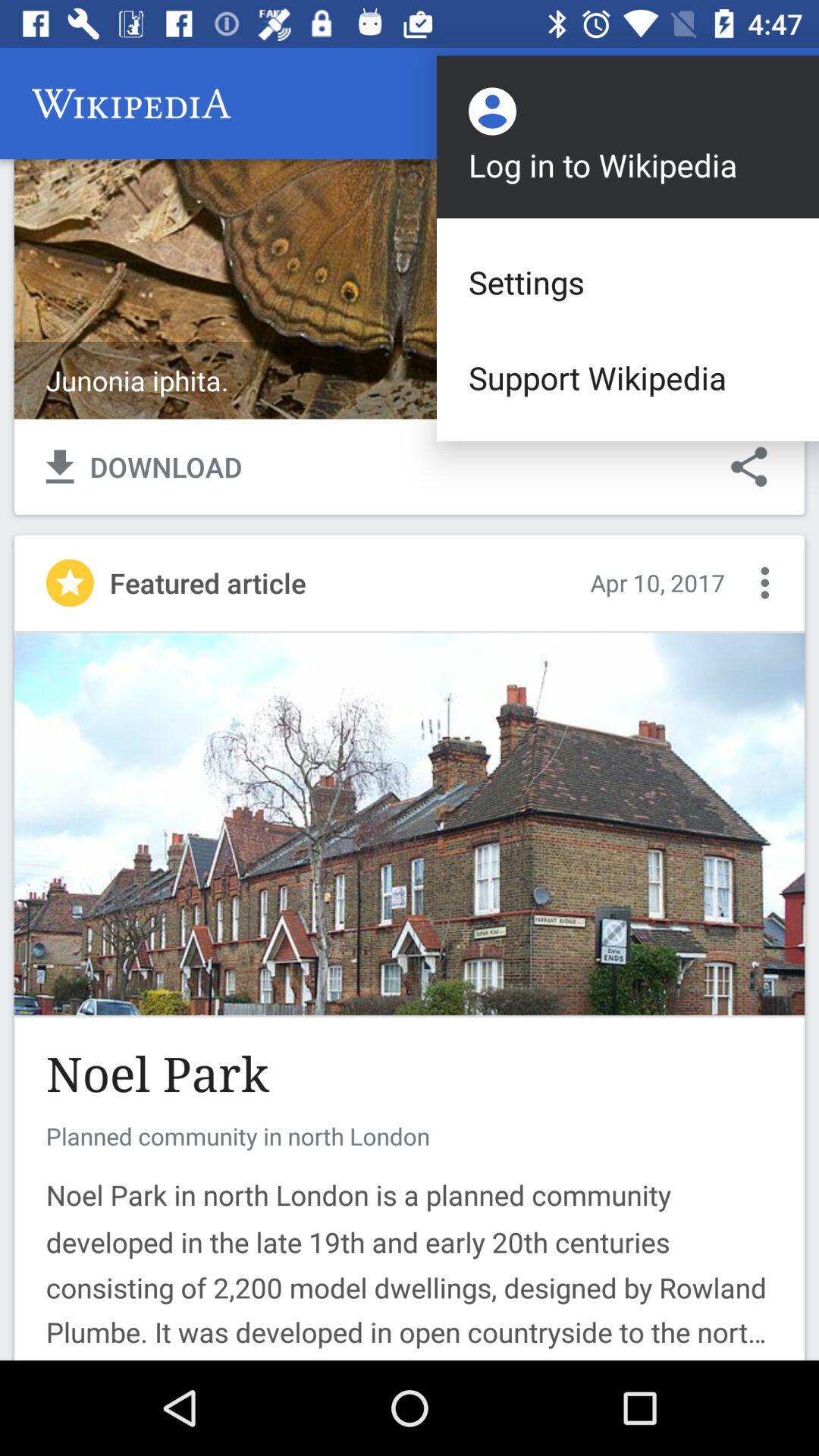  Describe the element at coordinates (628, 378) in the screenshot. I see `the support wikipedia` at that location.